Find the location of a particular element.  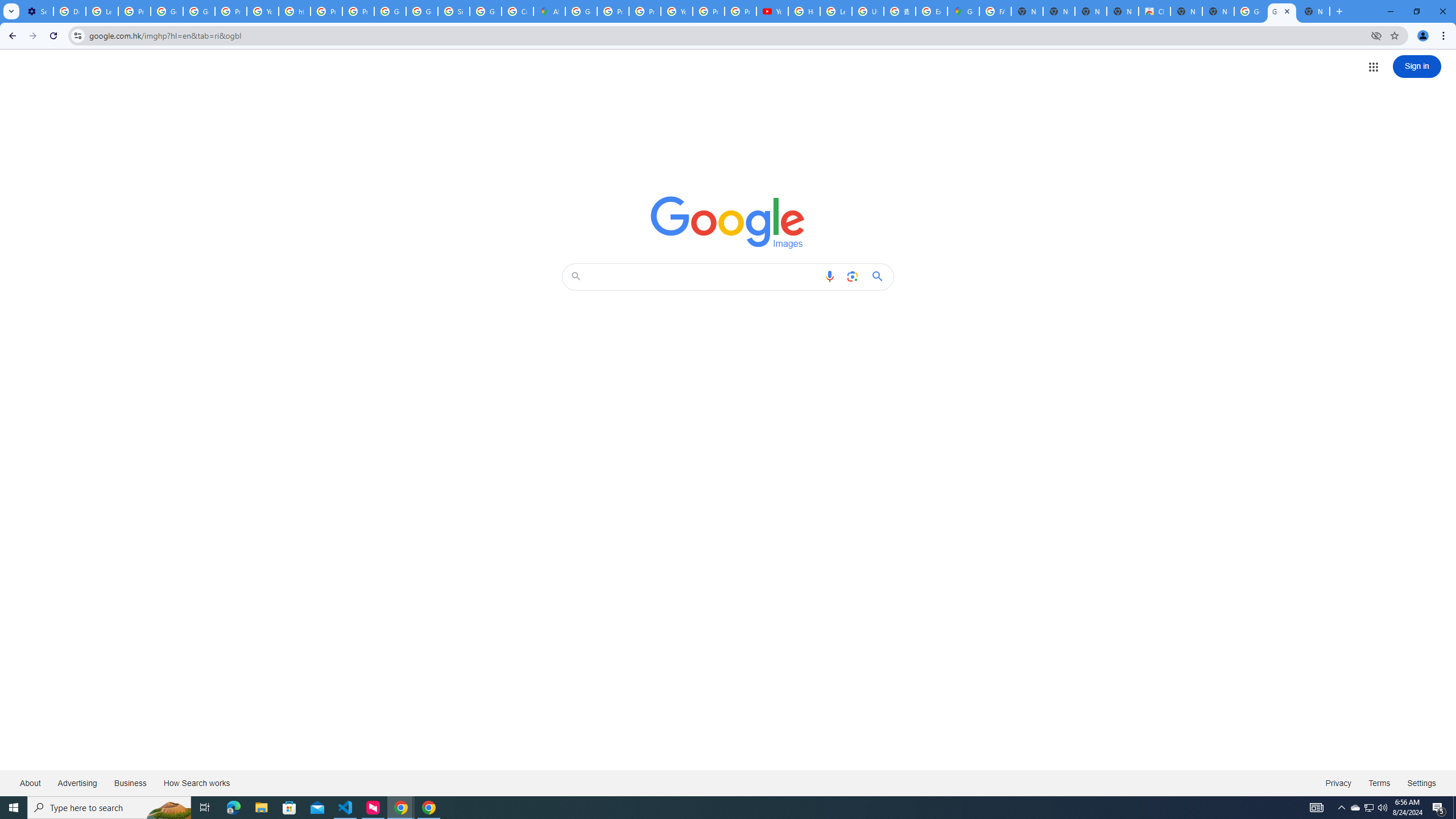

'Privacy Checkup' is located at coordinates (739, 11).